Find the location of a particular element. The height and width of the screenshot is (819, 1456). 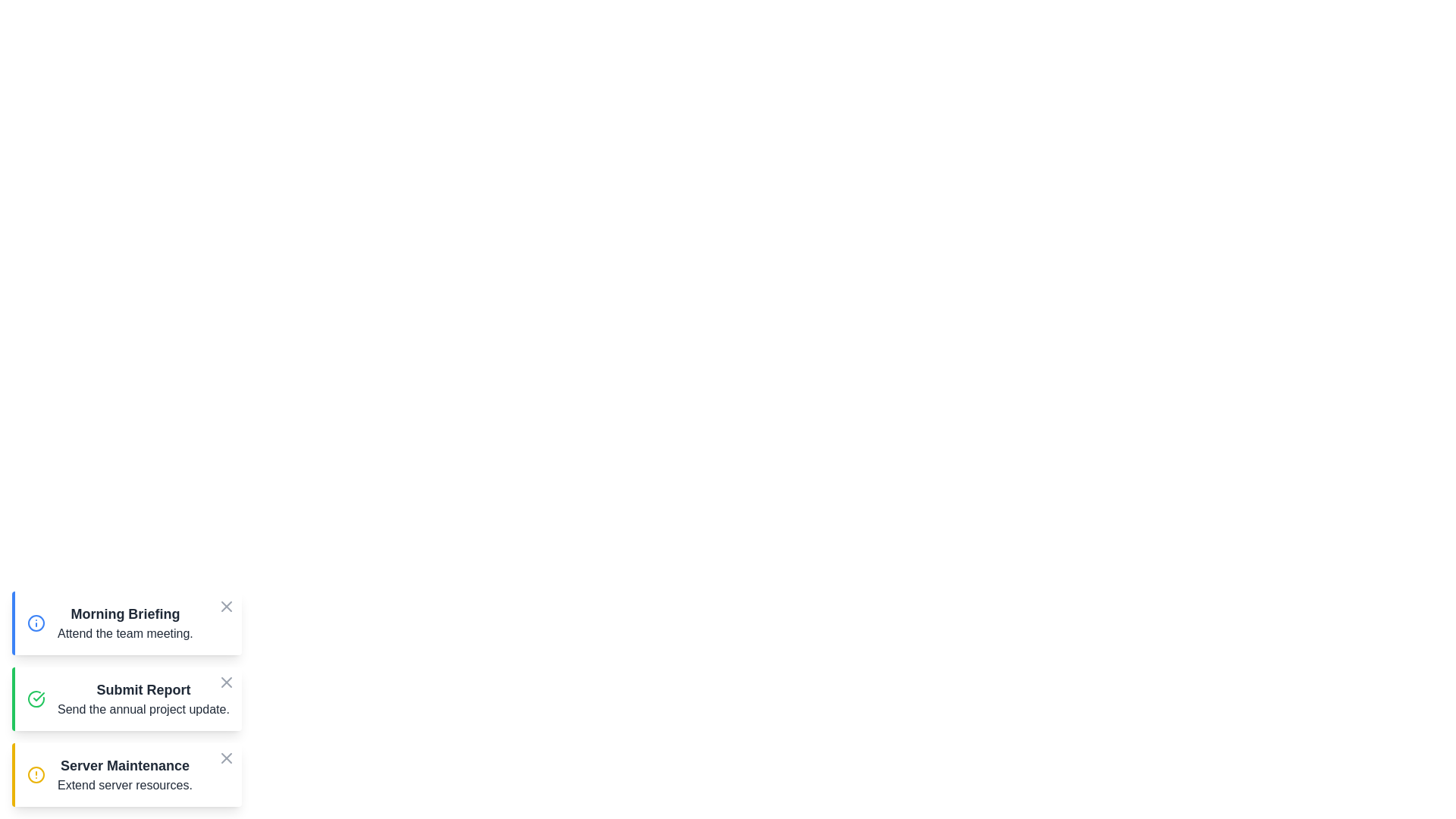

the small, square-shaped close button resembling an 'X' located at the top-right corner of the 'Submit Report' box is located at coordinates (225, 685).